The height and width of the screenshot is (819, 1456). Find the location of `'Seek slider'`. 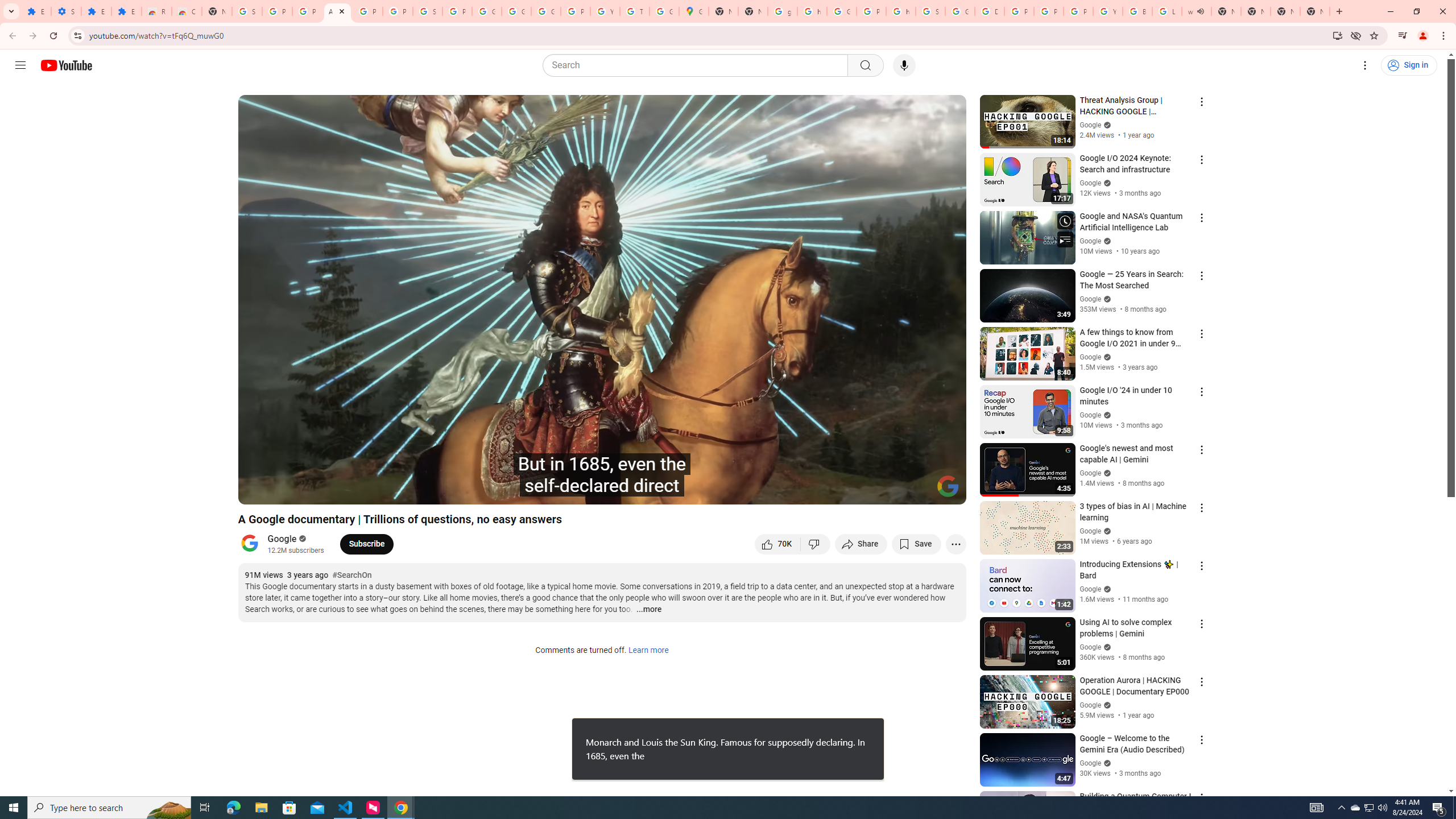

'Seek slider' is located at coordinates (601, 475).